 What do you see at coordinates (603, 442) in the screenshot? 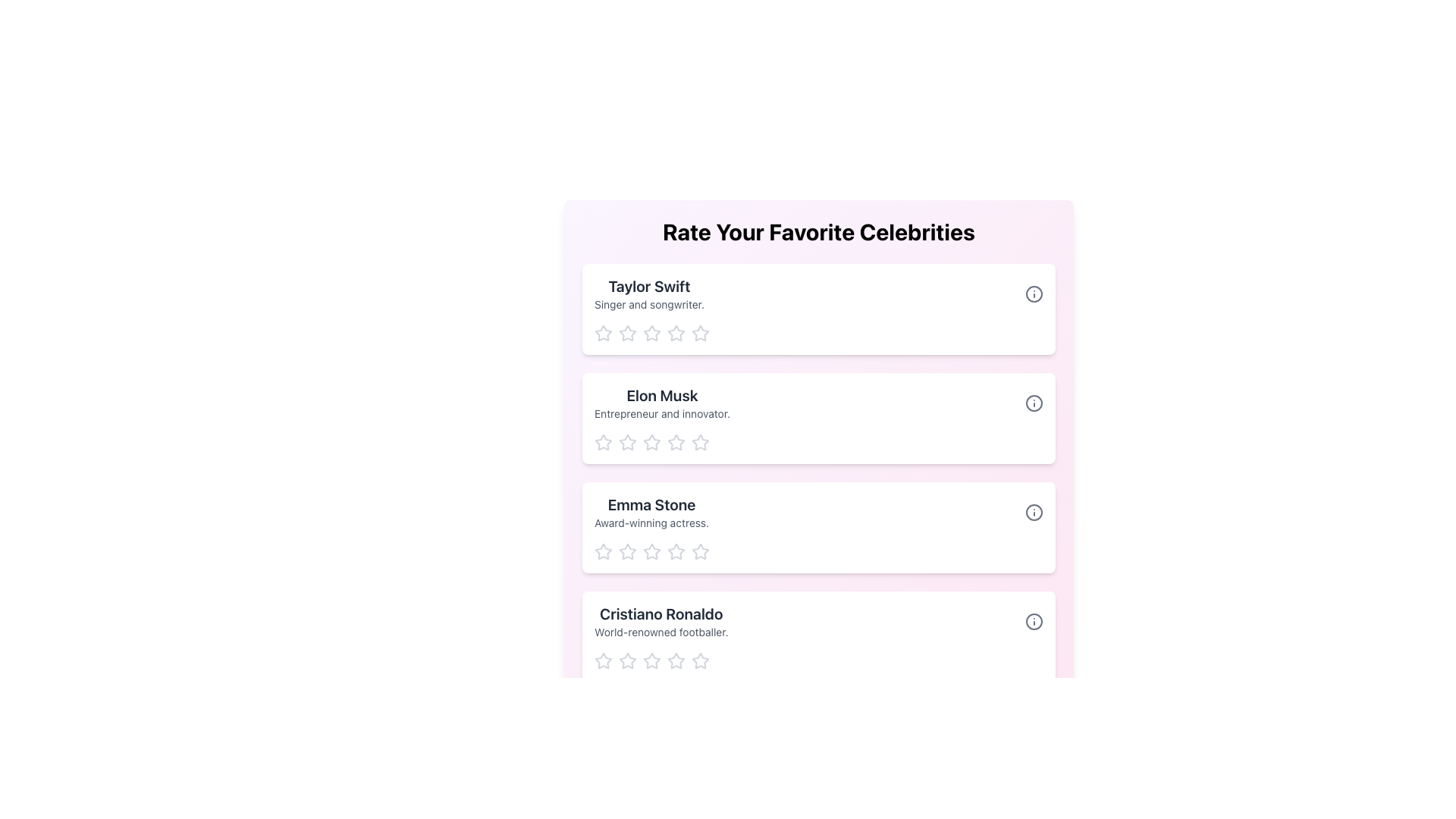
I see `the pointer across the first star of the star rating widget under the 'Elon Musk' section` at bounding box center [603, 442].